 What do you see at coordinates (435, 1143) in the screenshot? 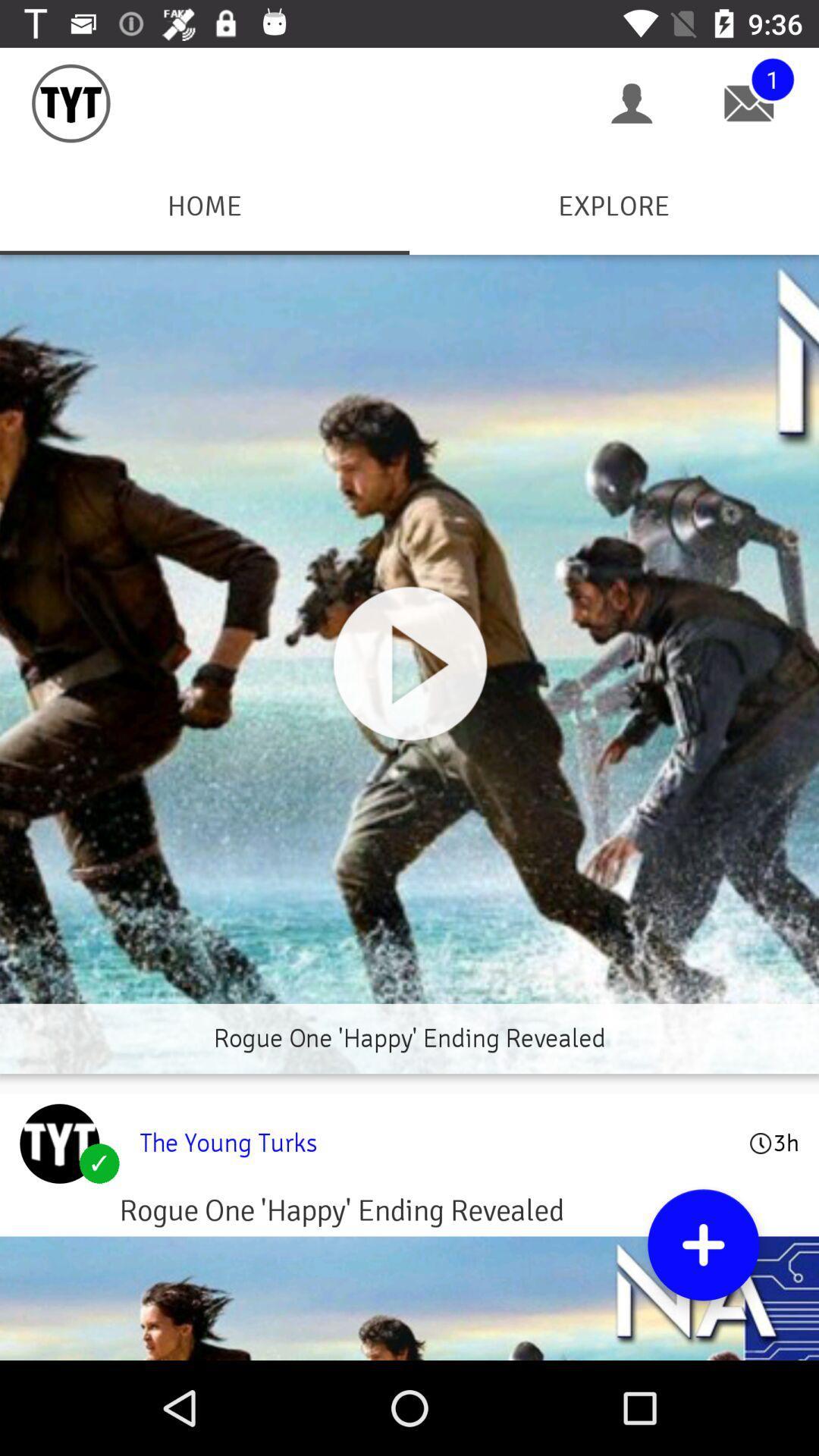
I see `the item to the left of 3h icon` at bounding box center [435, 1143].